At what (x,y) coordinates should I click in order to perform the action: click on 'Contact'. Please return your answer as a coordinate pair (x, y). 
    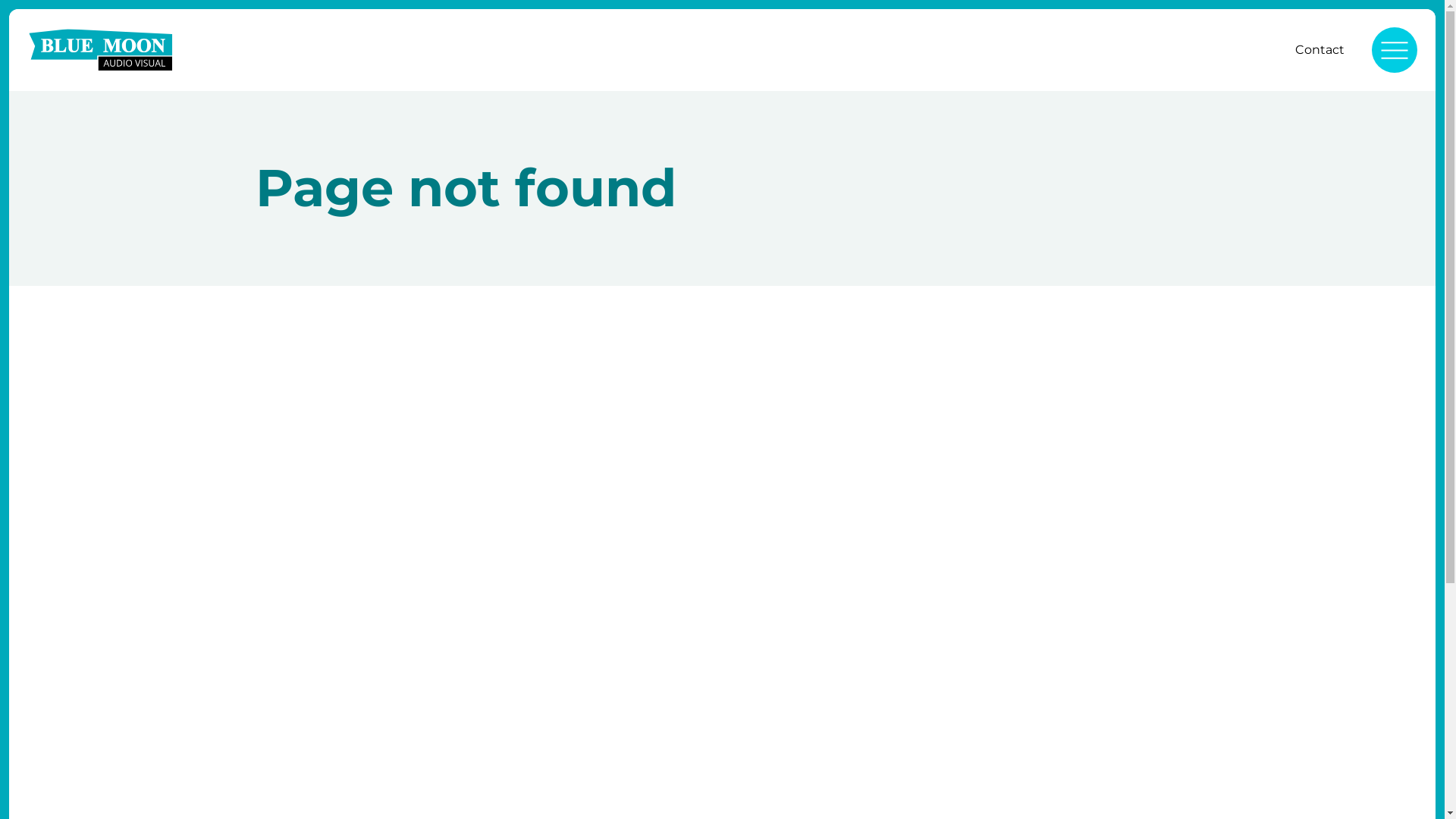
    Looking at the image, I should click on (1319, 49).